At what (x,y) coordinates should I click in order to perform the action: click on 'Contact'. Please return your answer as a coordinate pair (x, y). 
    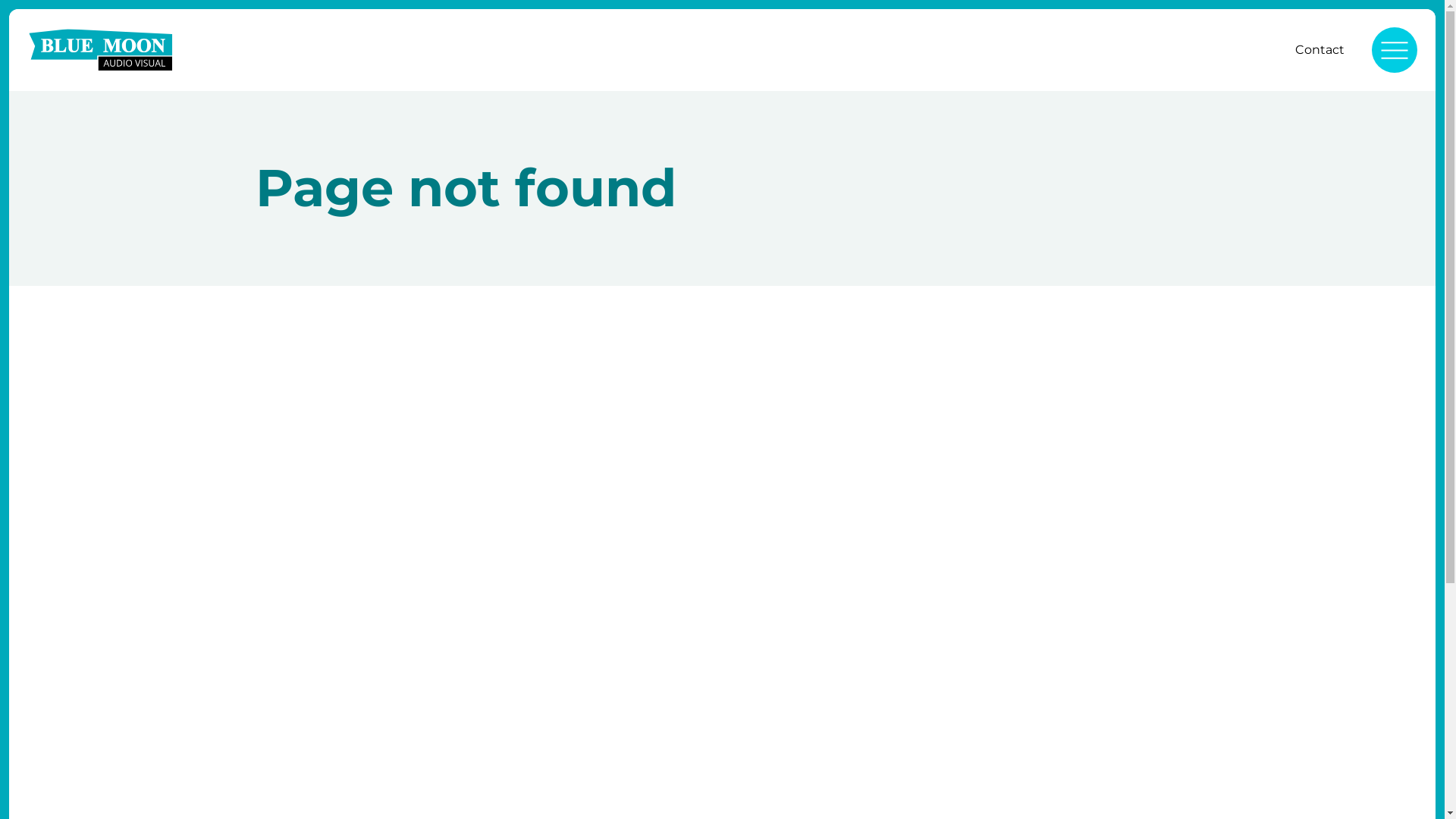
    Looking at the image, I should click on (1319, 49).